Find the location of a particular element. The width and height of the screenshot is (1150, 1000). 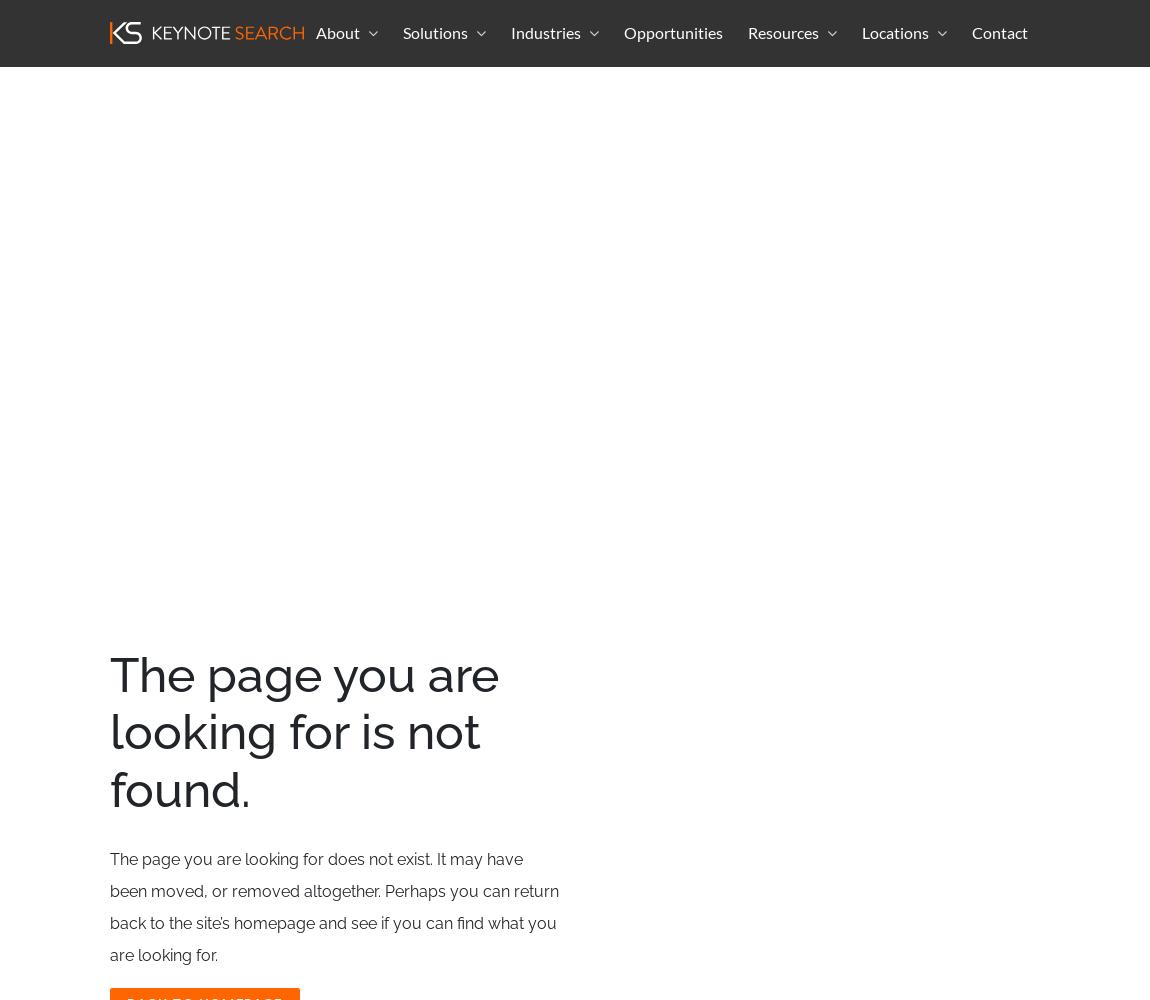

'Resources' is located at coordinates (746, 31).